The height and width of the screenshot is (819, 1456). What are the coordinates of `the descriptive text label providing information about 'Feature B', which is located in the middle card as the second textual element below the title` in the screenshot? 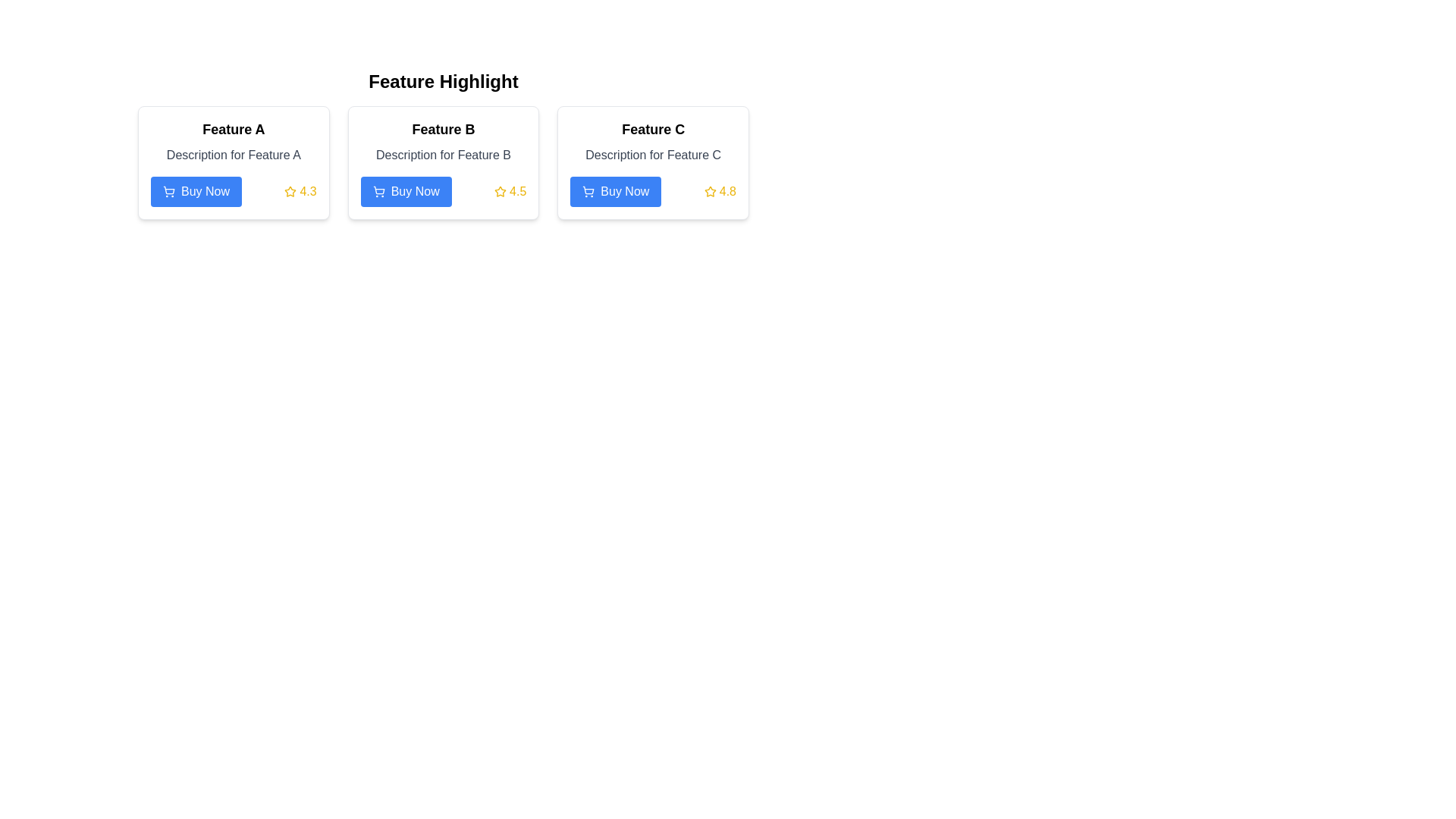 It's located at (443, 155).